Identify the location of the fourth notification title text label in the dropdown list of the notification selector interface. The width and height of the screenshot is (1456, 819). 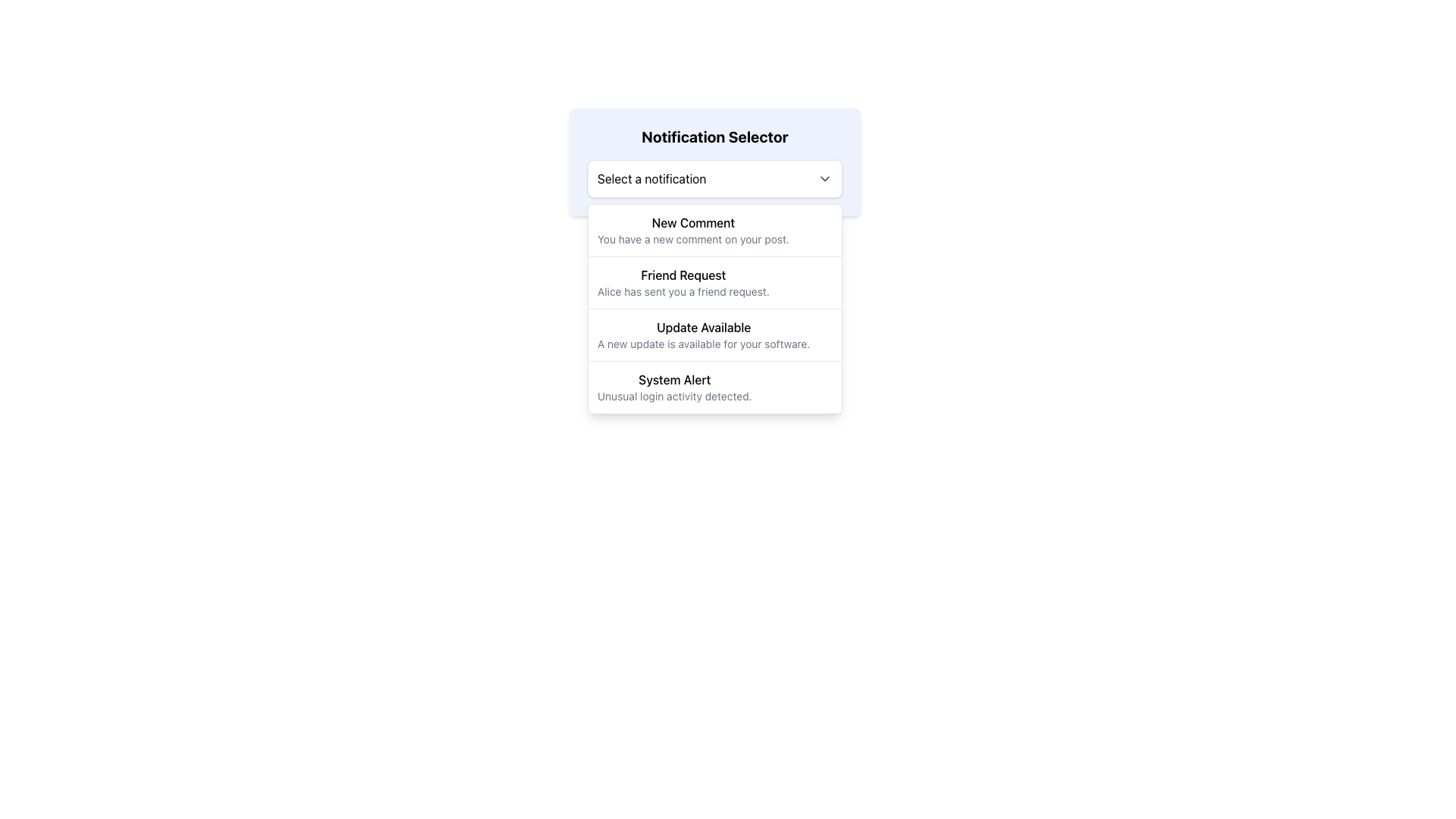
(673, 379).